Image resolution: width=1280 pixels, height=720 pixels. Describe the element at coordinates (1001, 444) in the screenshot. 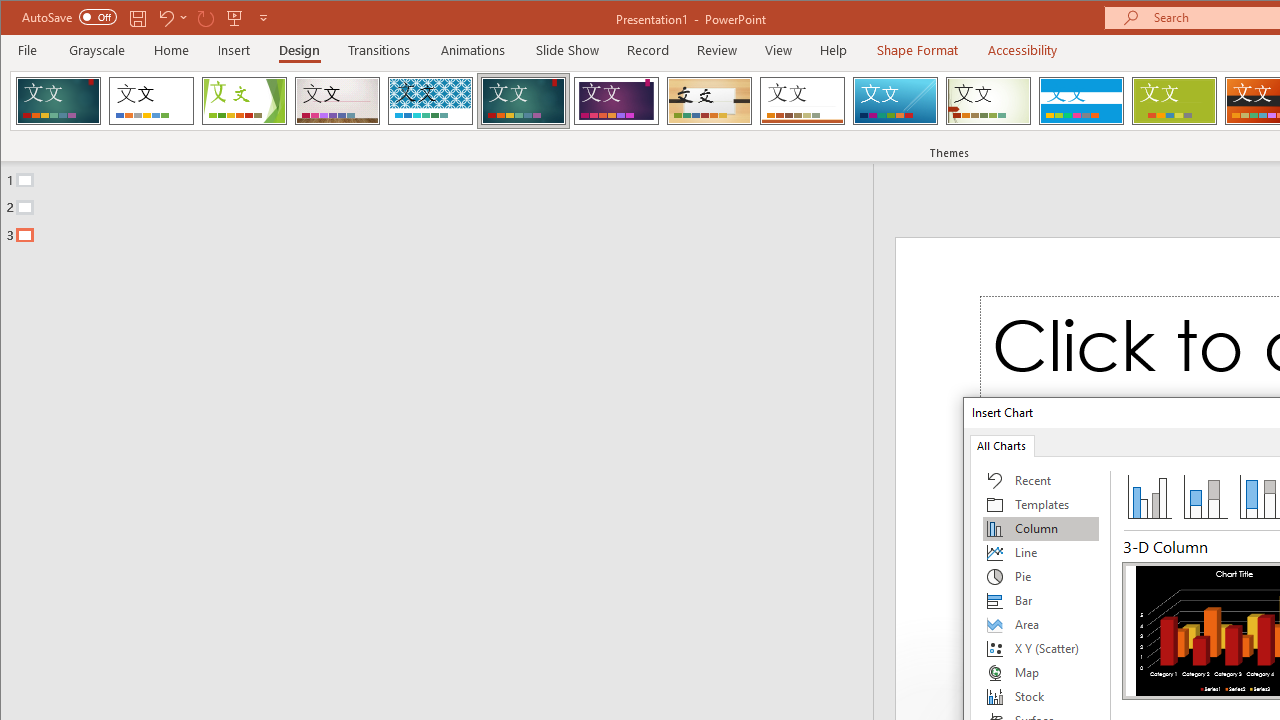

I see `'All Charts'` at that location.